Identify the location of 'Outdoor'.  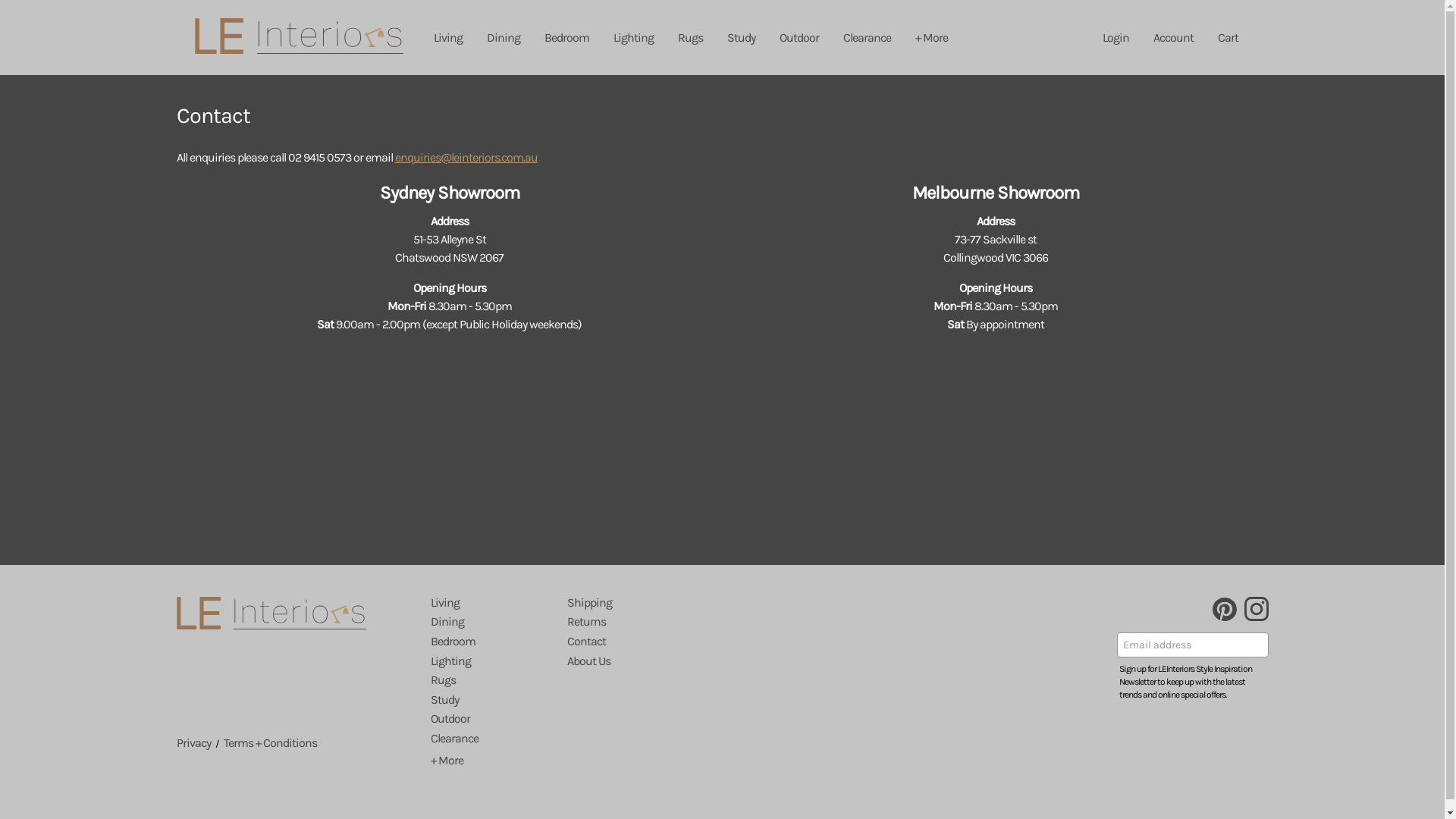
(450, 717).